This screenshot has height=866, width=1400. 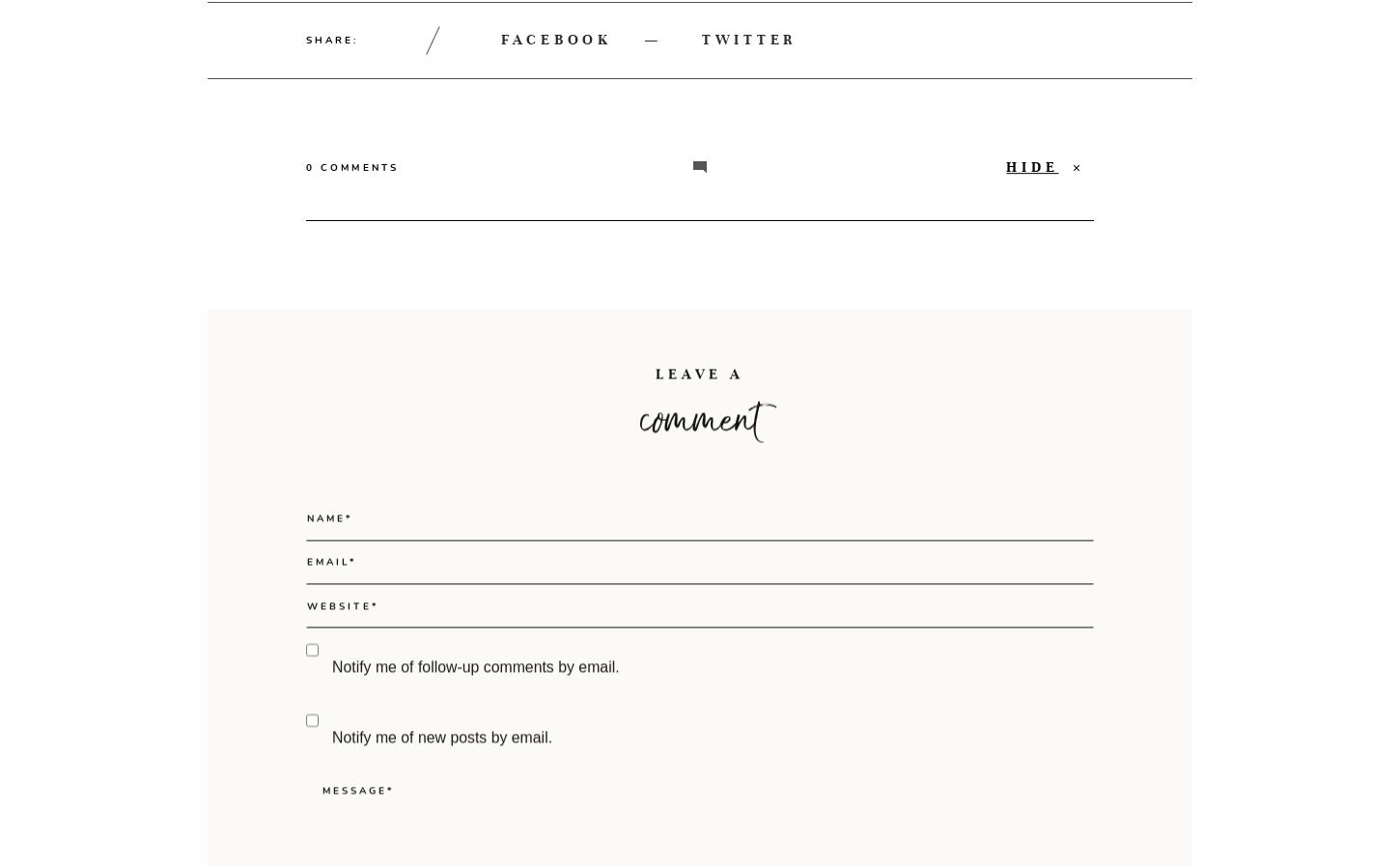 What do you see at coordinates (700, 501) in the screenshot?
I see `'comment'` at bounding box center [700, 501].